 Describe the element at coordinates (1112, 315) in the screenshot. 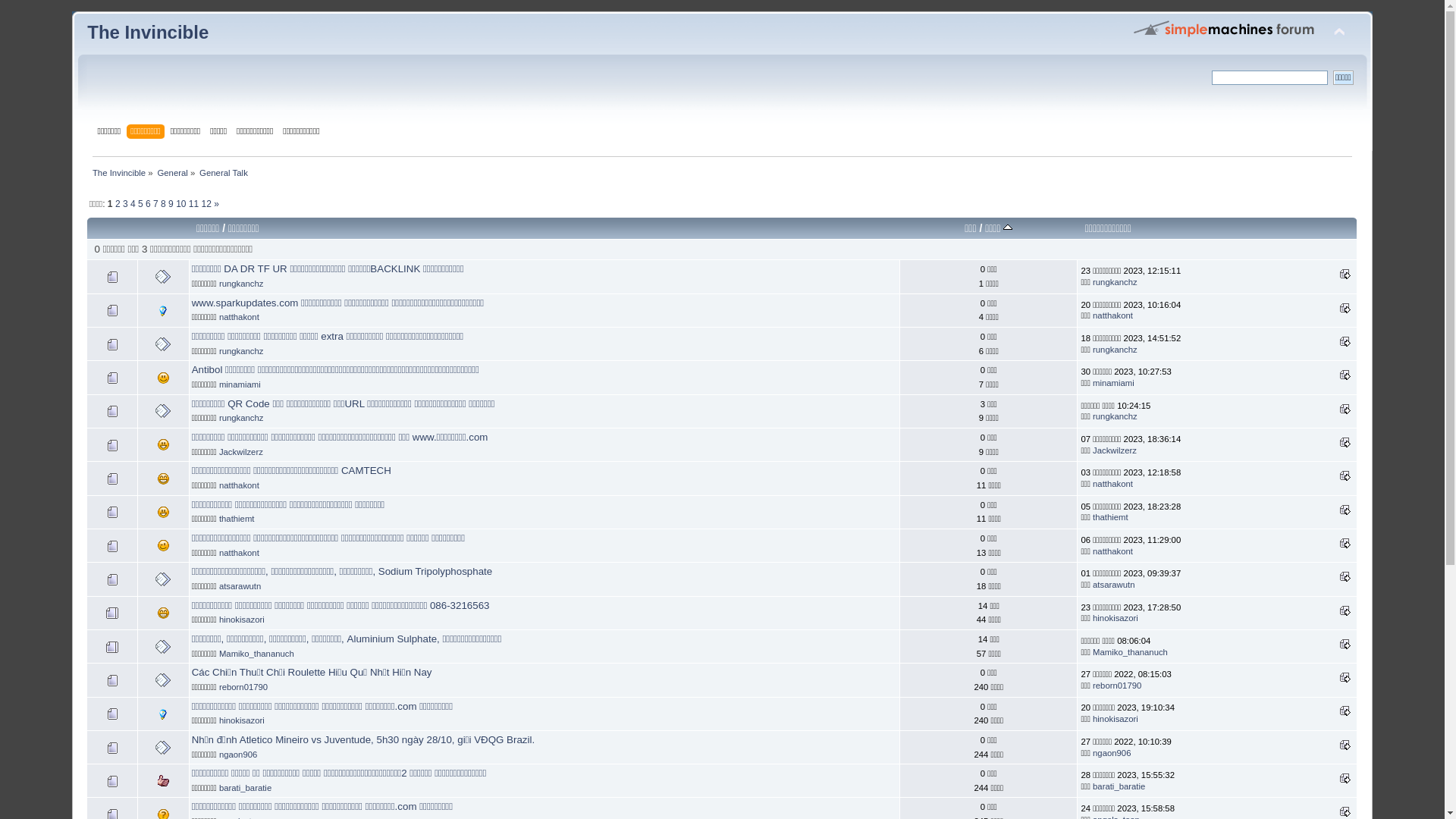

I see `'natthakont'` at that location.